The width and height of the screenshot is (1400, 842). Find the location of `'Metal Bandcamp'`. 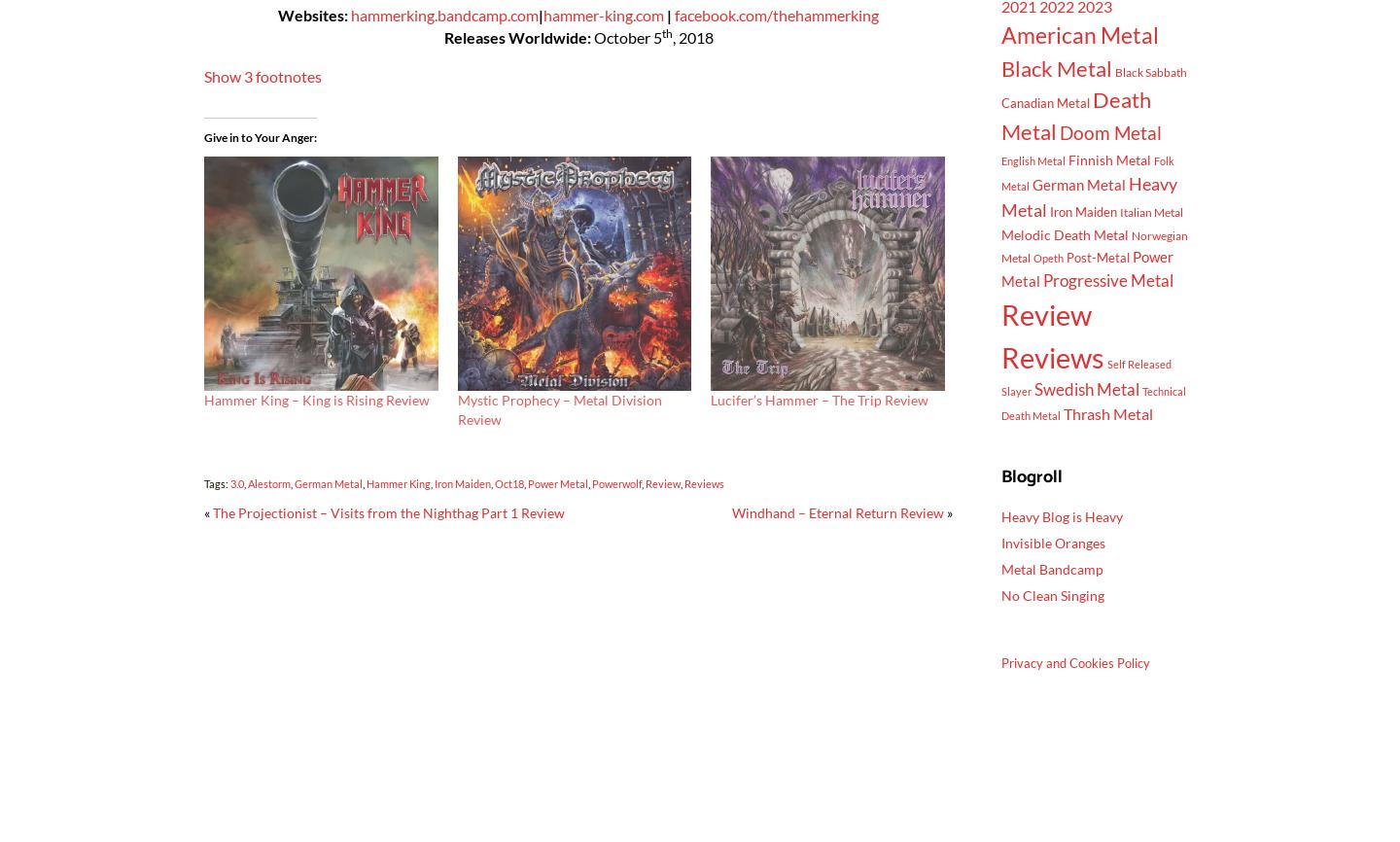

'Metal Bandcamp' is located at coordinates (1051, 569).